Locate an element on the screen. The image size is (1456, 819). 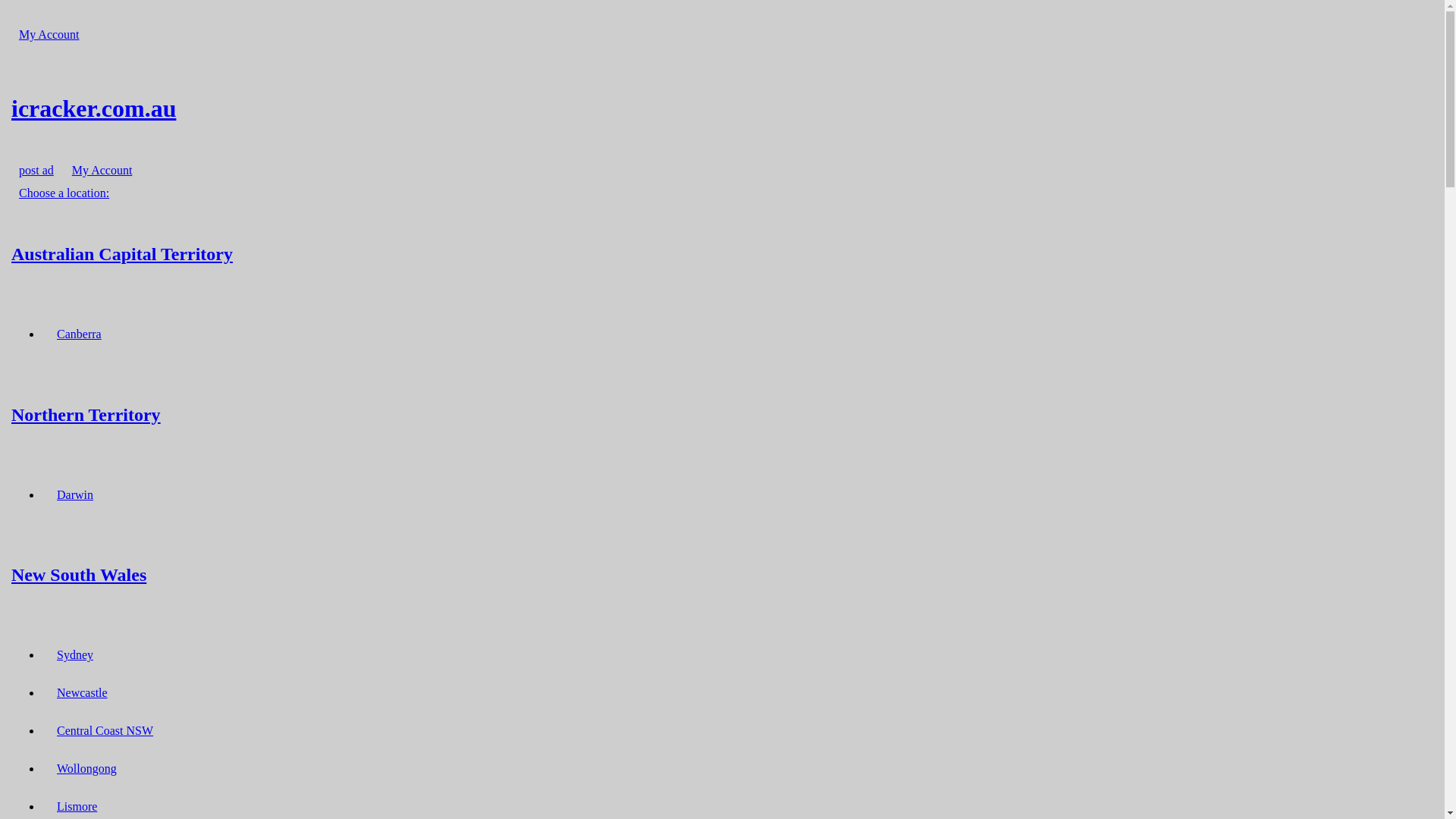
'My Account' is located at coordinates (49, 34).